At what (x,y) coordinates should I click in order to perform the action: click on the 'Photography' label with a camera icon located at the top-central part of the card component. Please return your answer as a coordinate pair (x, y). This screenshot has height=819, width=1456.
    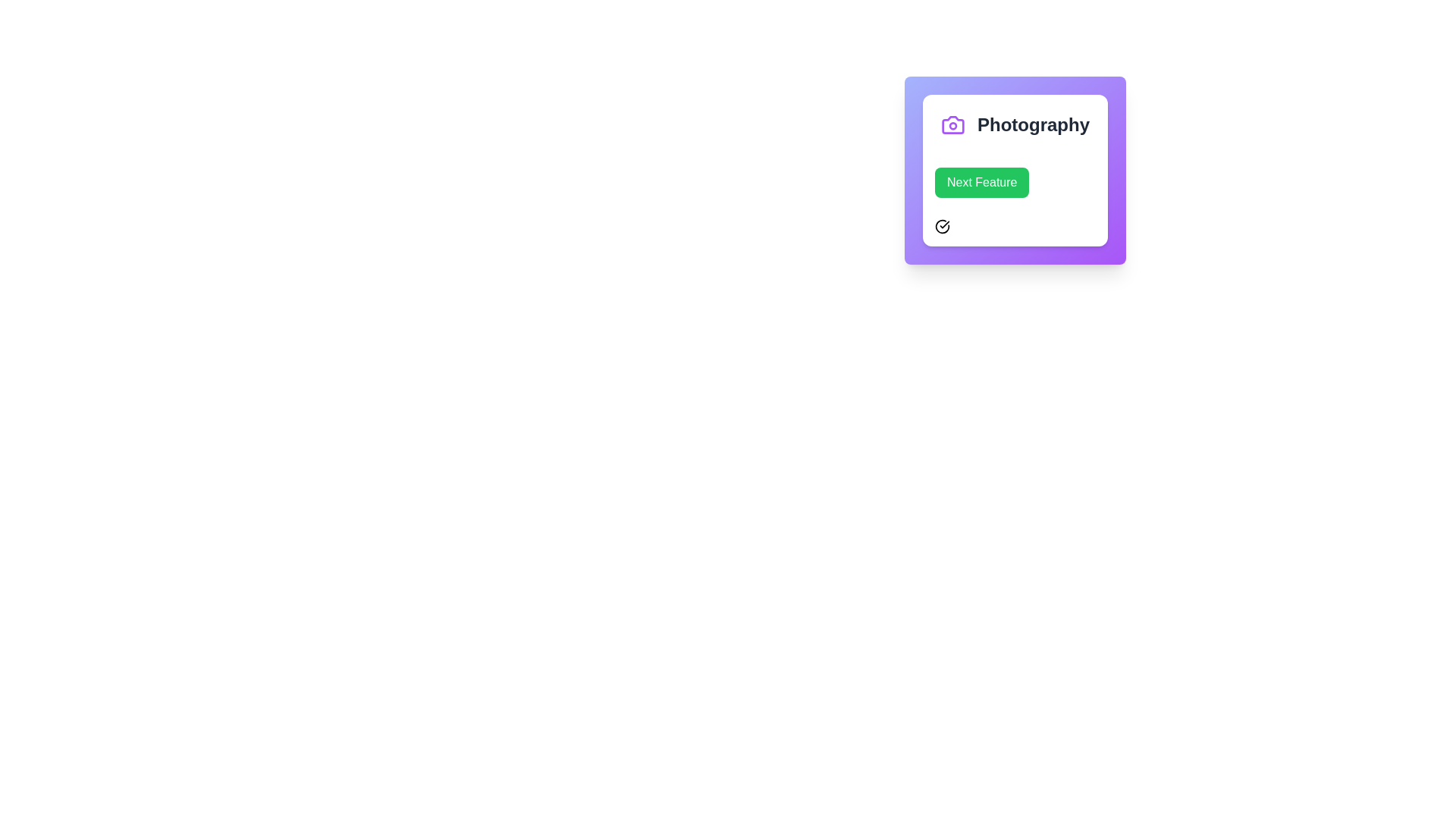
    Looking at the image, I should click on (1015, 124).